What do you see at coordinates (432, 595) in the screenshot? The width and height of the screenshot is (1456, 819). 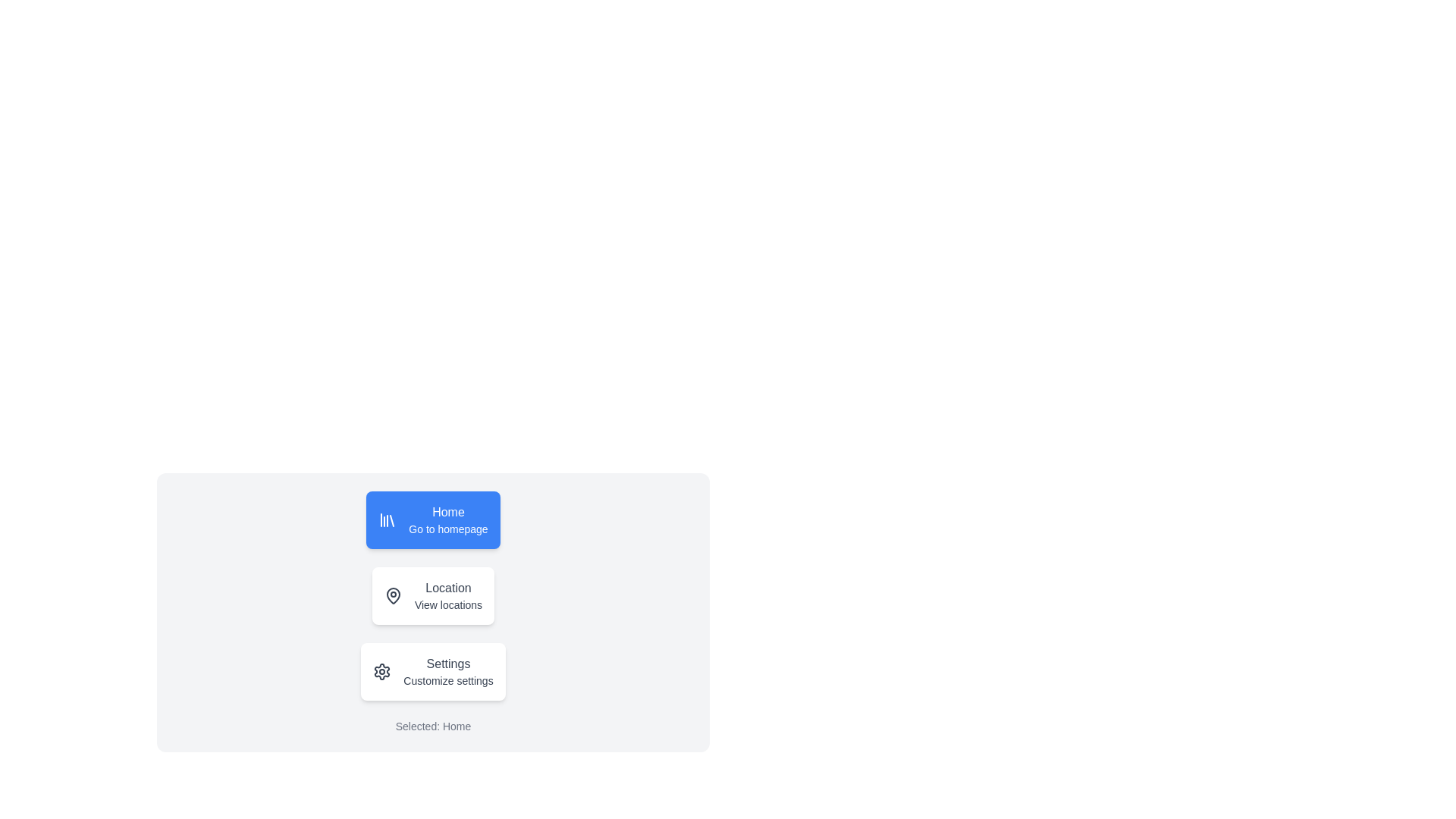 I see `the navigation item Location from the options: Home, Location, or Settings` at bounding box center [432, 595].